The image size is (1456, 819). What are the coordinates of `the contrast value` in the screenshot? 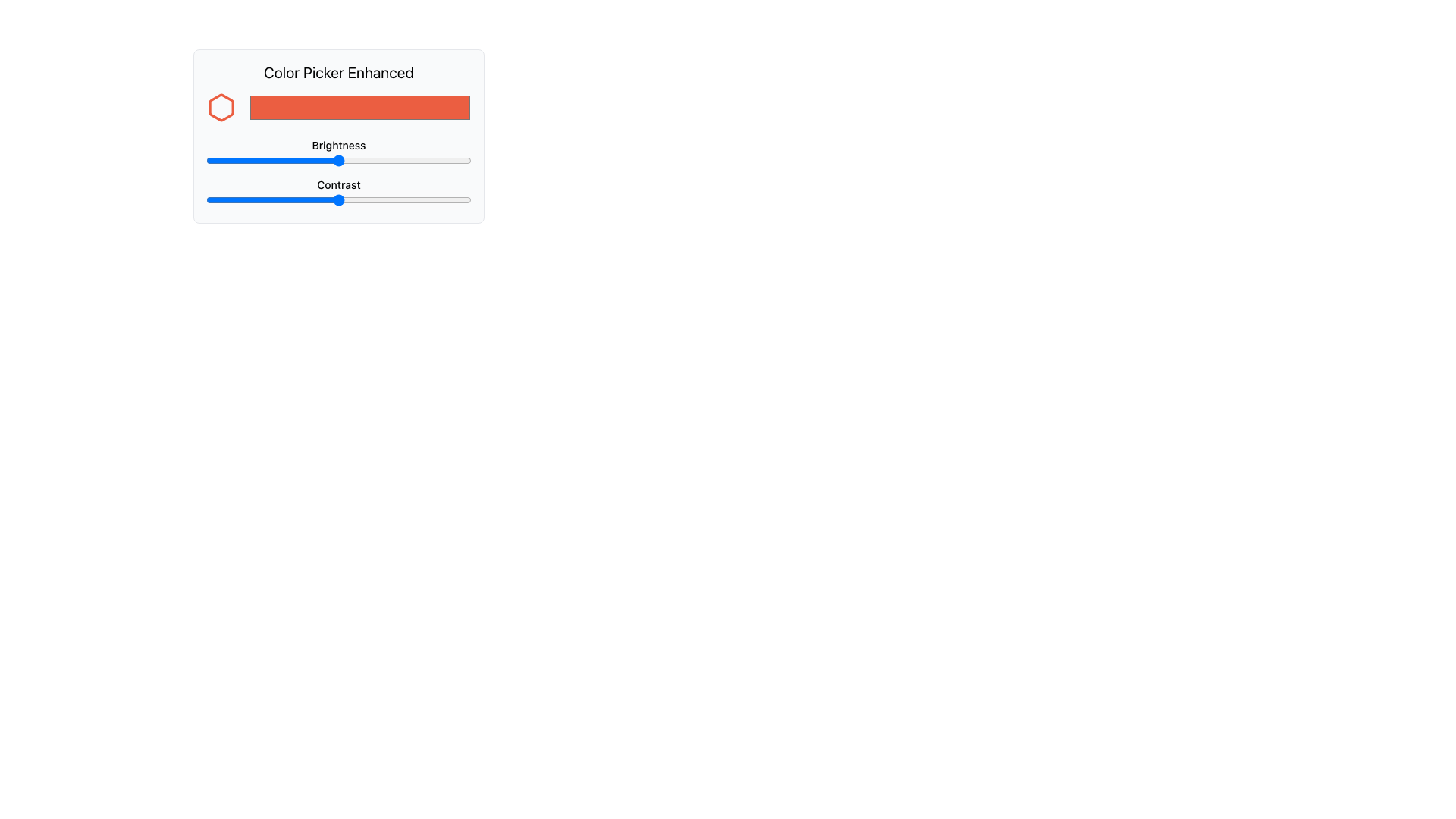 It's located at (454, 199).